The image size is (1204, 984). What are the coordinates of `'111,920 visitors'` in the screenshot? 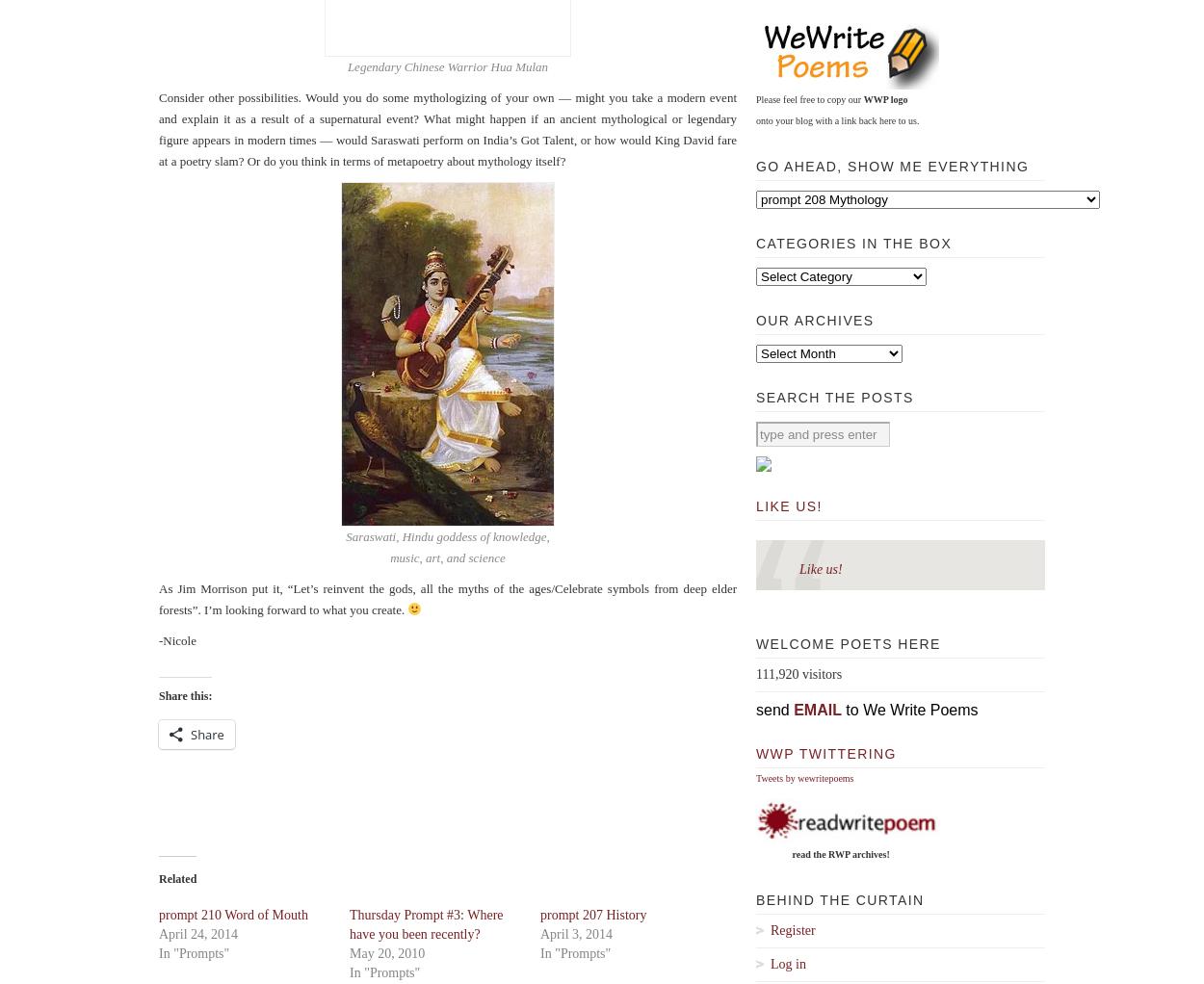 It's located at (798, 674).